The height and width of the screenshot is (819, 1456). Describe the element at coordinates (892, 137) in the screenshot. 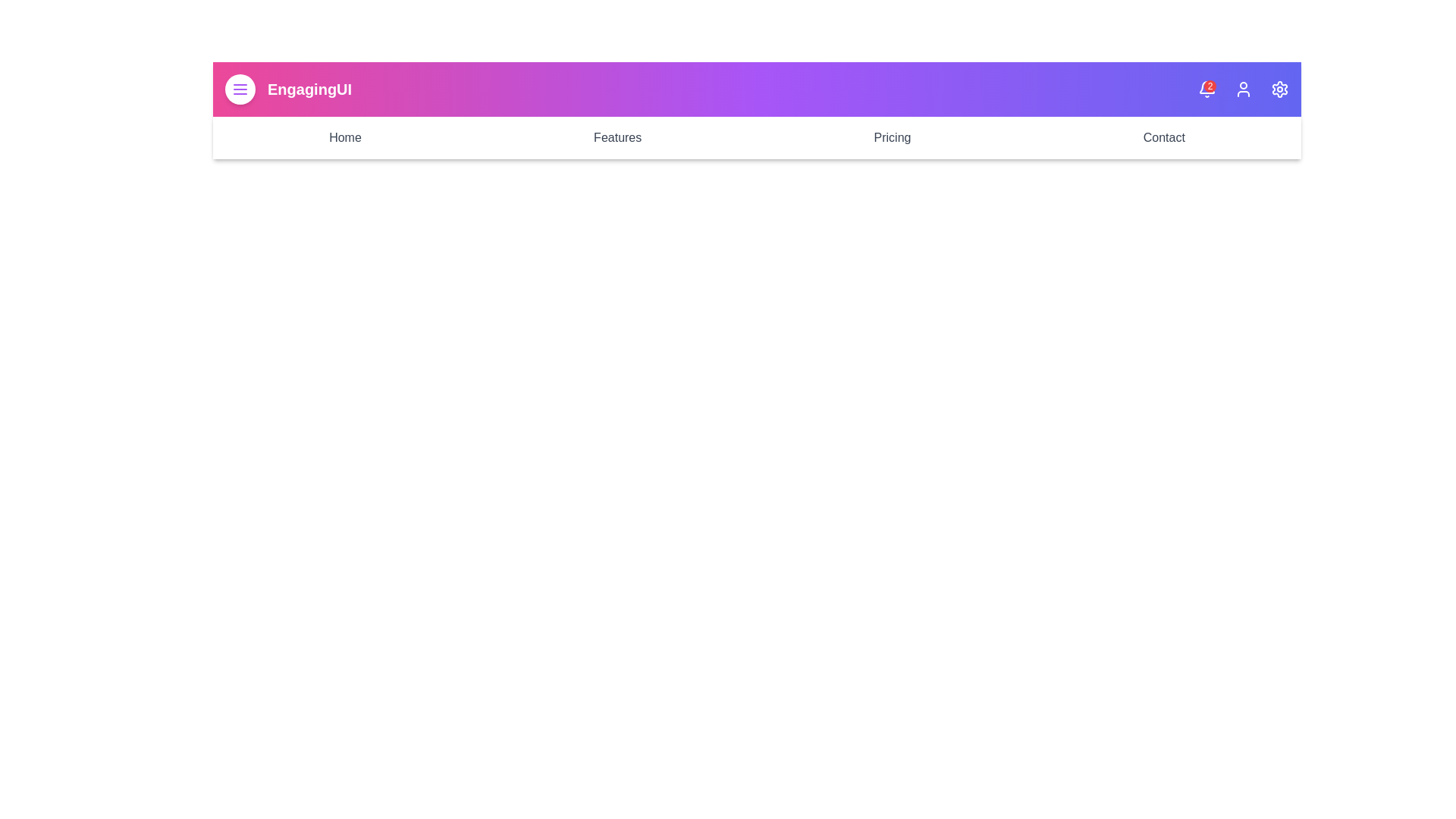

I see `the Pricing navigation link` at that location.